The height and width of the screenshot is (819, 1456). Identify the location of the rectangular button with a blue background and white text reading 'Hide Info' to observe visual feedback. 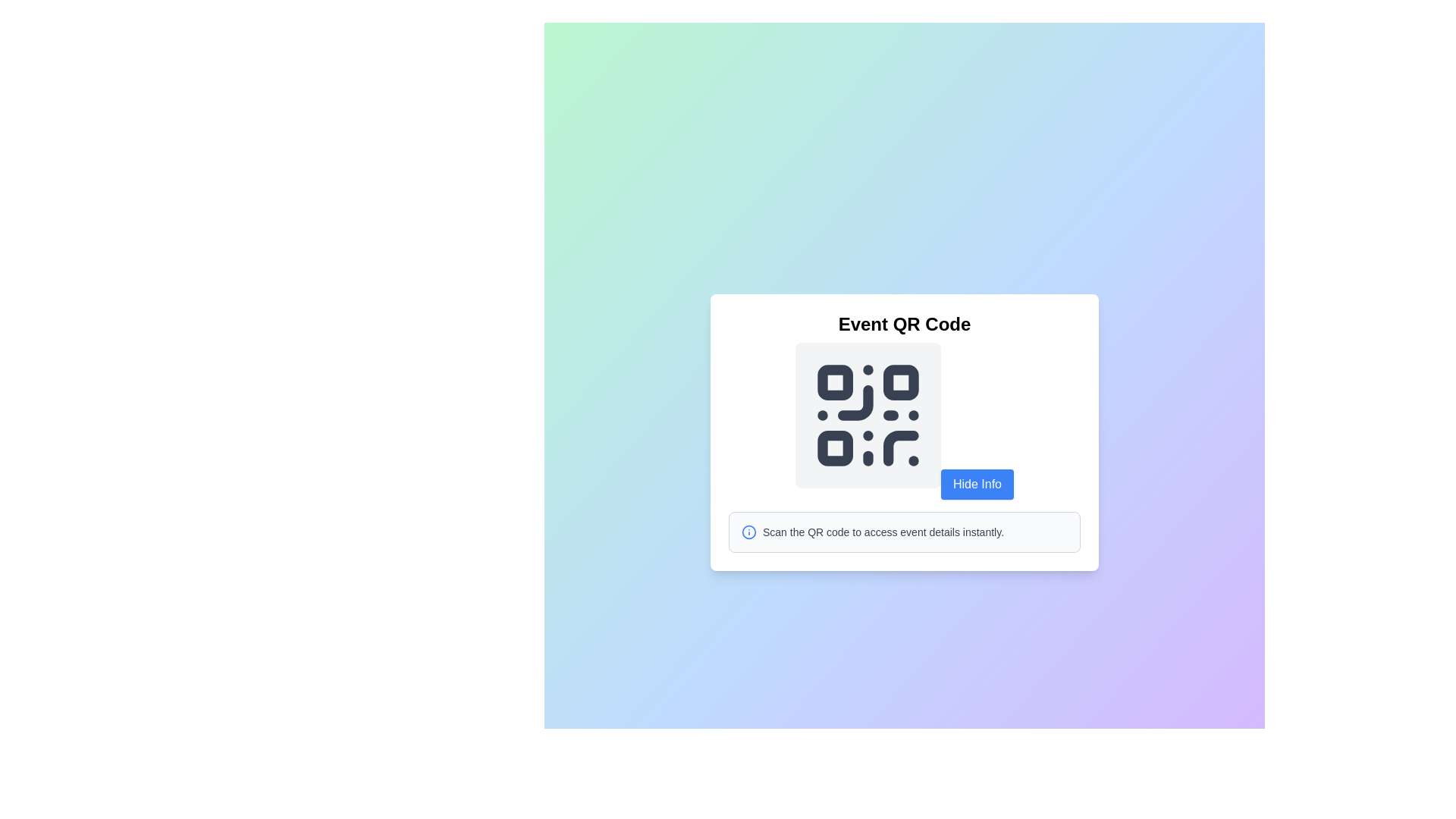
(977, 484).